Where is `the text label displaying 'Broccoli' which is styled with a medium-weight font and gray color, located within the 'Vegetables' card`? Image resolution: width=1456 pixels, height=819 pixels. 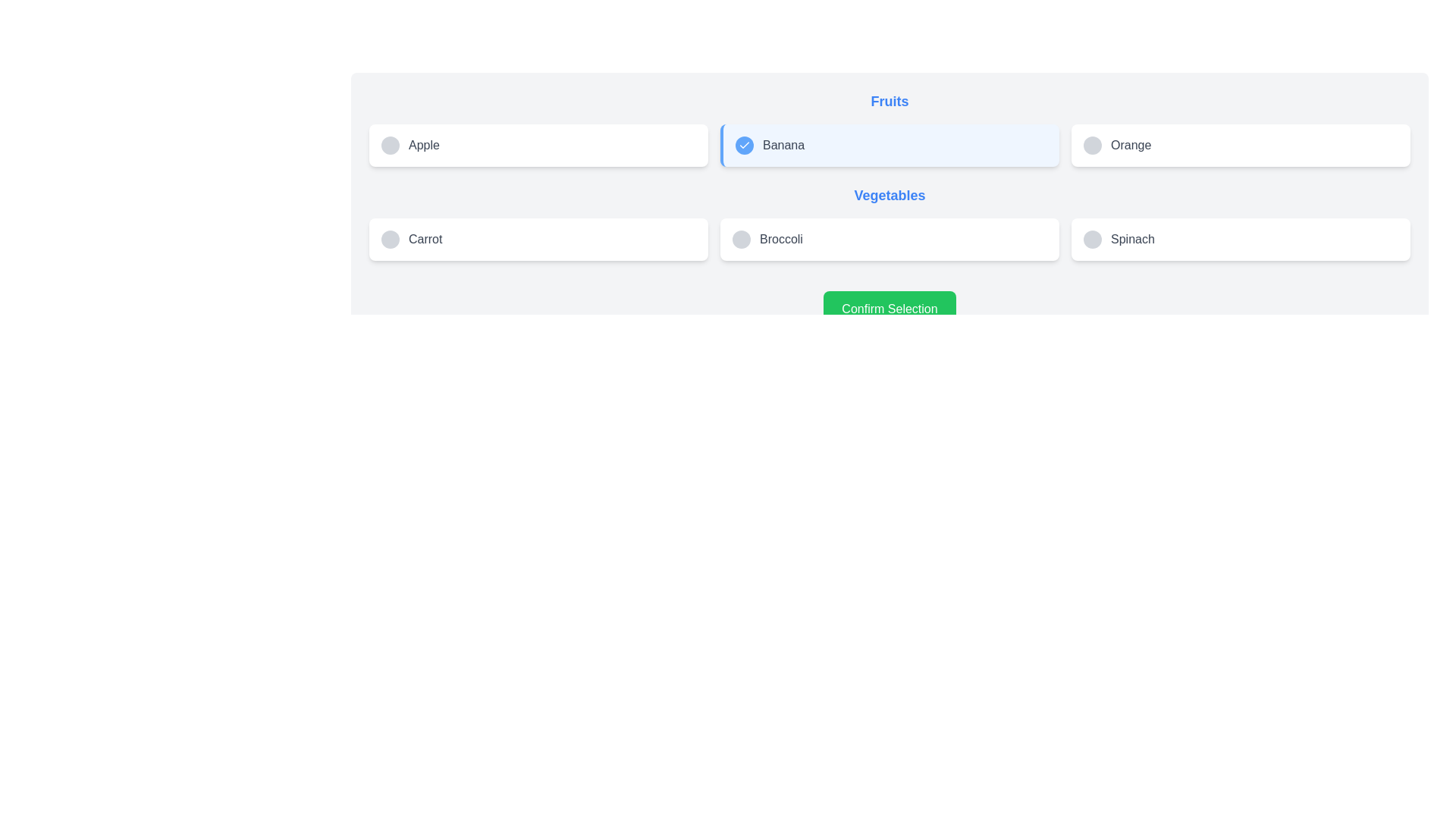 the text label displaying 'Broccoli' which is styled with a medium-weight font and gray color, located within the 'Vegetables' card is located at coordinates (781, 239).